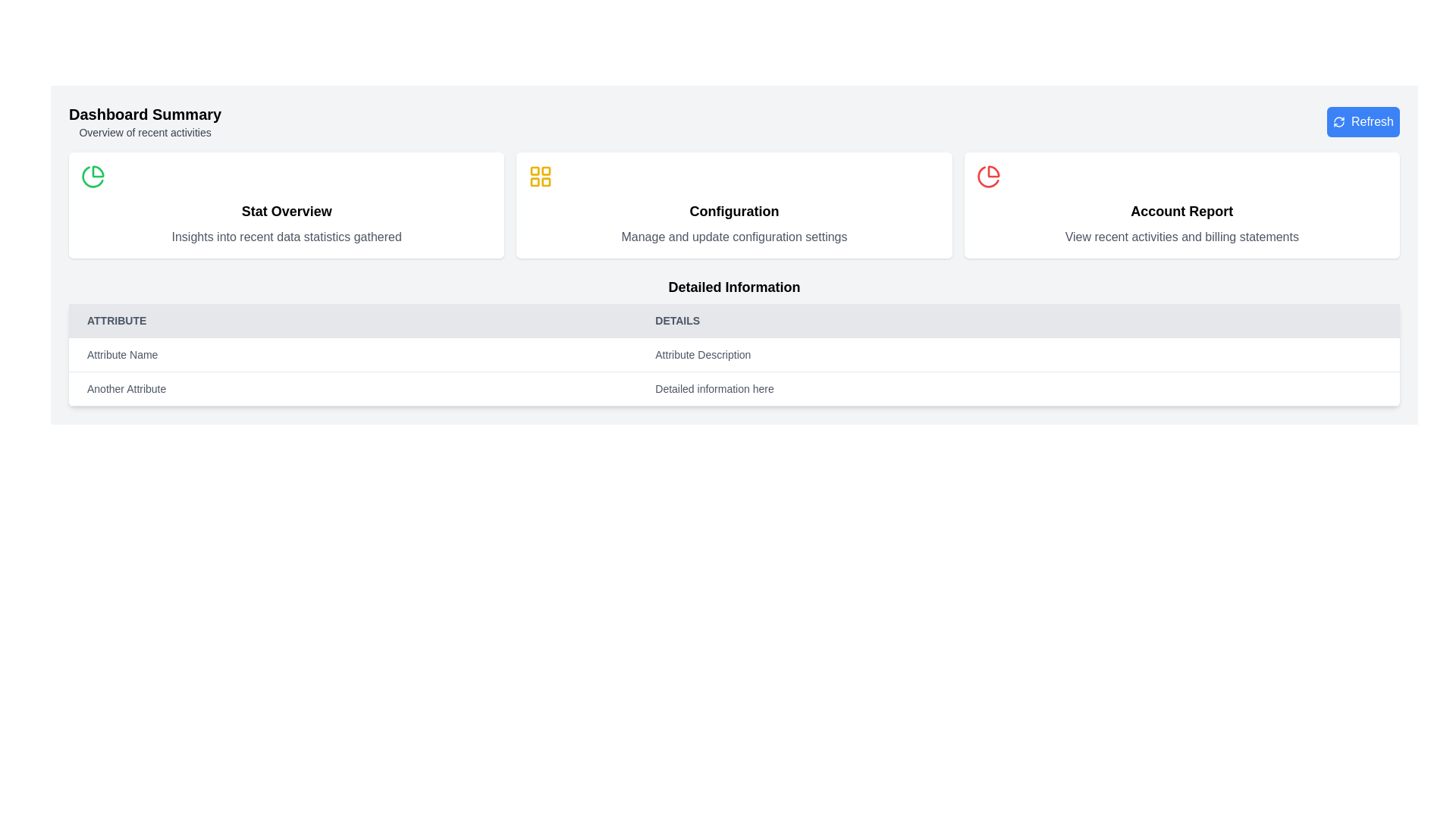 Image resolution: width=1456 pixels, height=819 pixels. What do you see at coordinates (734, 355) in the screenshot?
I see `the first row under the 'Details' column in the 'Detailed Information' table, which displays 'Attribute Name' and 'Attribute Description'` at bounding box center [734, 355].